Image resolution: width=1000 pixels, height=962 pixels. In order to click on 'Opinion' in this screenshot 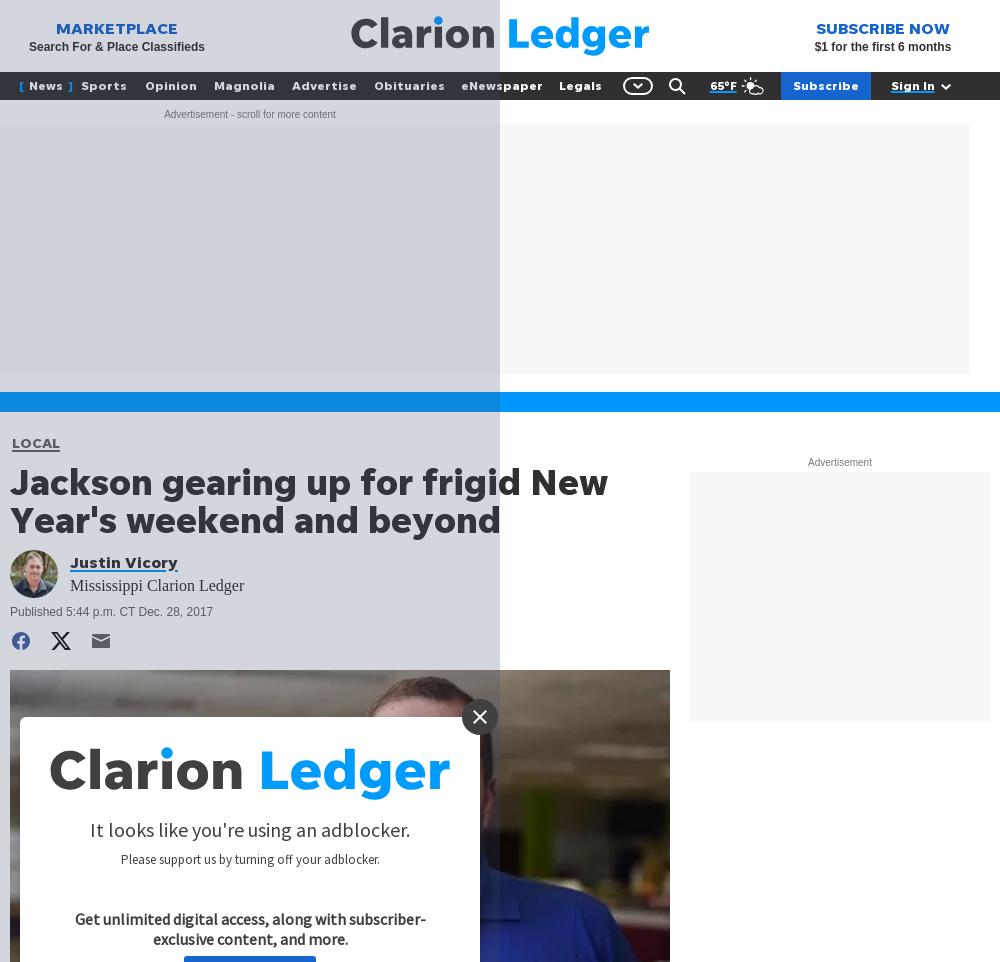, I will do `click(170, 85)`.